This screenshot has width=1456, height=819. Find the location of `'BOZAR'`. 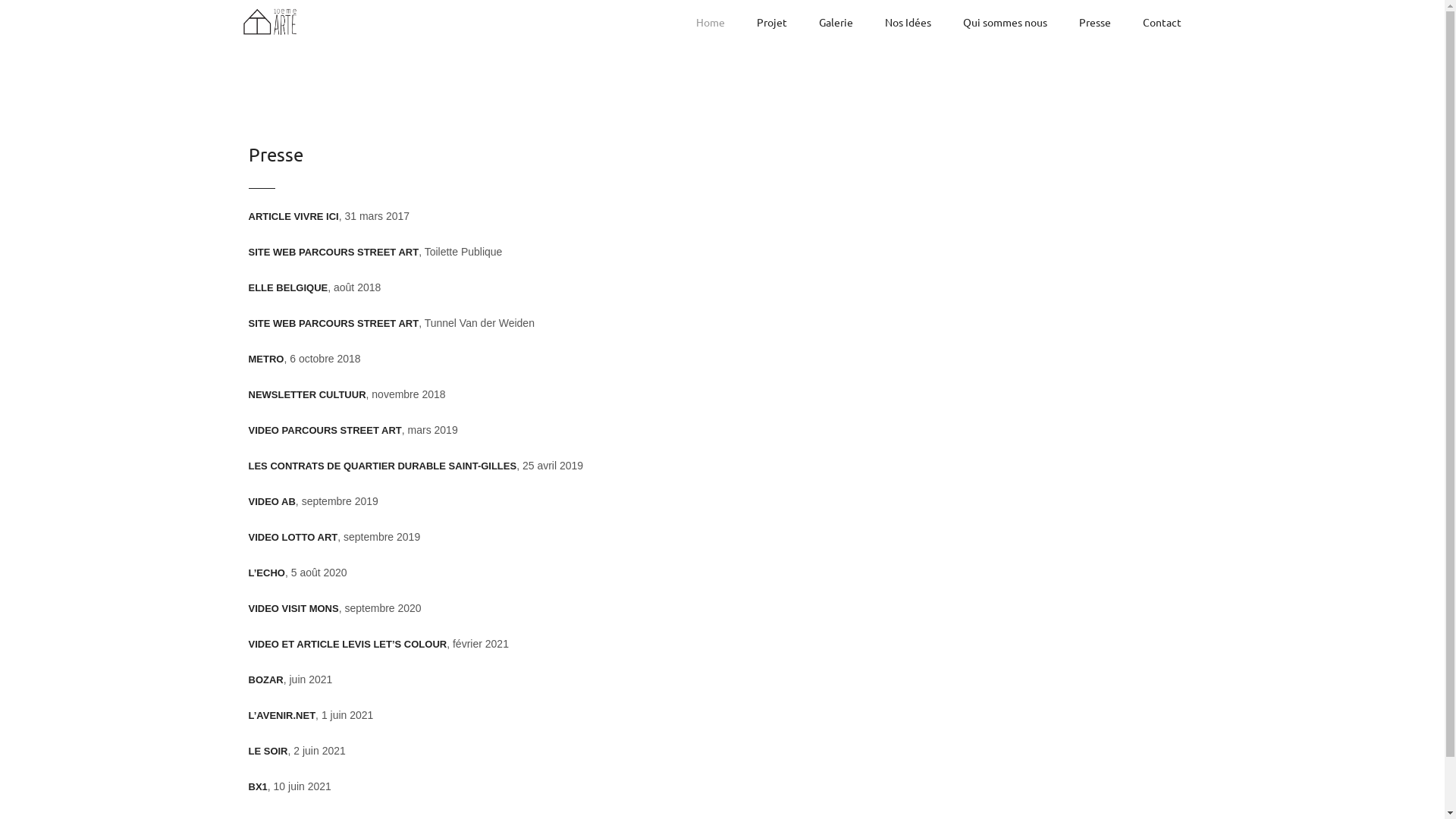

'BOZAR' is located at coordinates (248, 679).